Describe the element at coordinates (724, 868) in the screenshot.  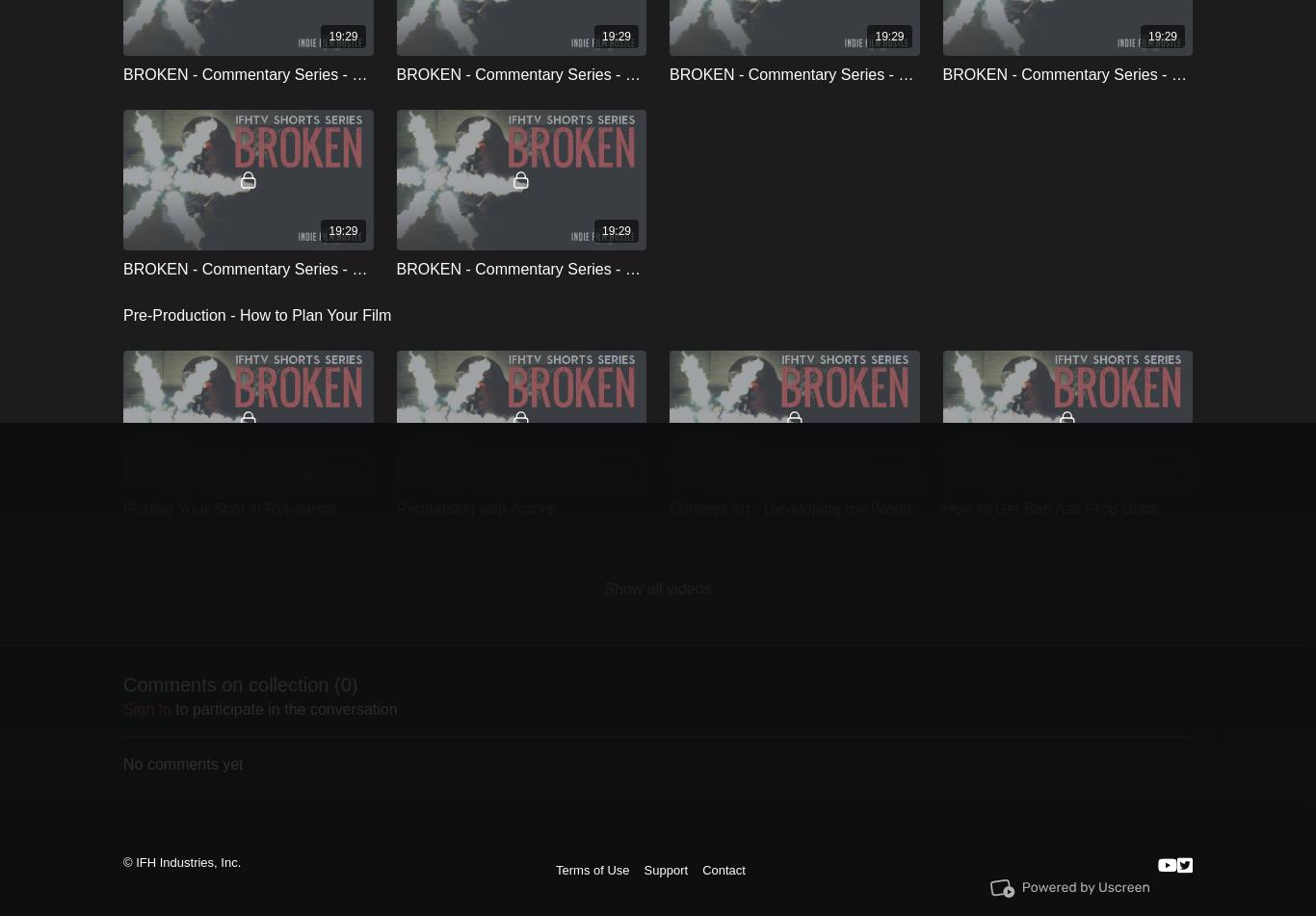
I see `'Contact'` at that location.